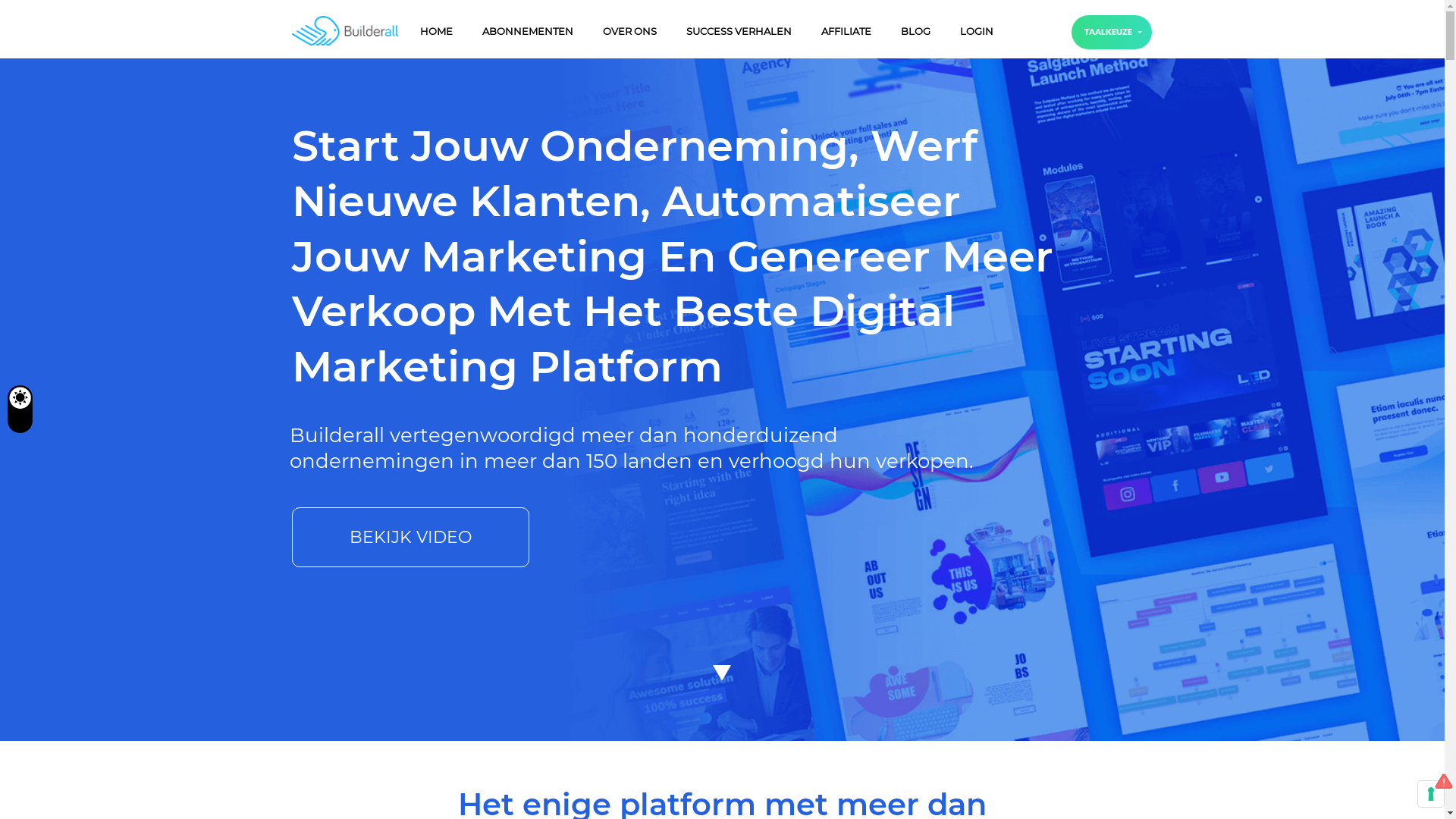 This screenshot has height=819, width=1456. What do you see at coordinates (811, 31) in the screenshot?
I see `'AFFILIATE'` at bounding box center [811, 31].